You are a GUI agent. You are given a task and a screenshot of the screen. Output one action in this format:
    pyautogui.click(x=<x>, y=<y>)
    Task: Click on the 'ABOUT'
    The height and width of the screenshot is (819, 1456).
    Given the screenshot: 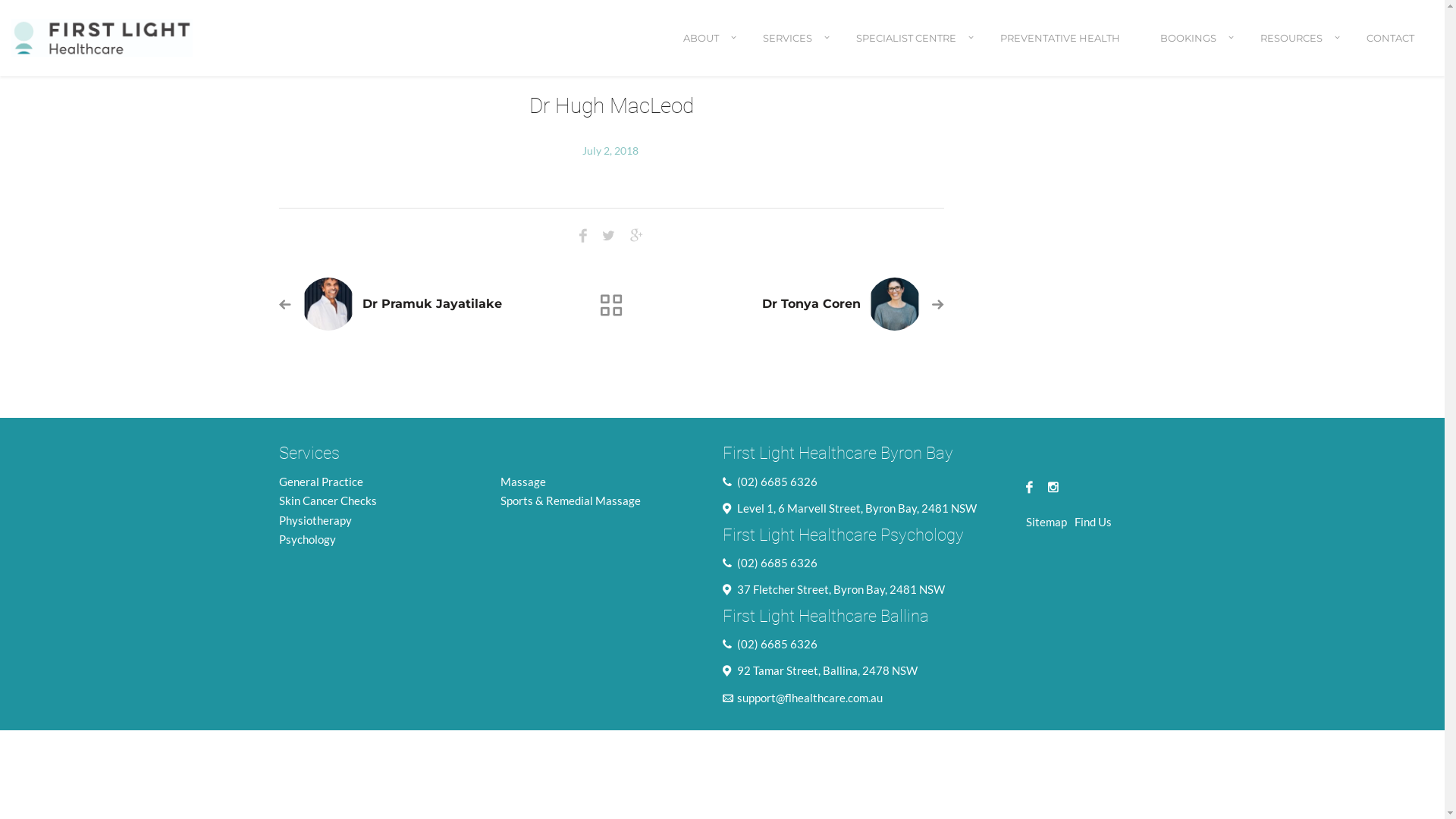 What is the action you would take?
    pyautogui.click(x=701, y=50)
    